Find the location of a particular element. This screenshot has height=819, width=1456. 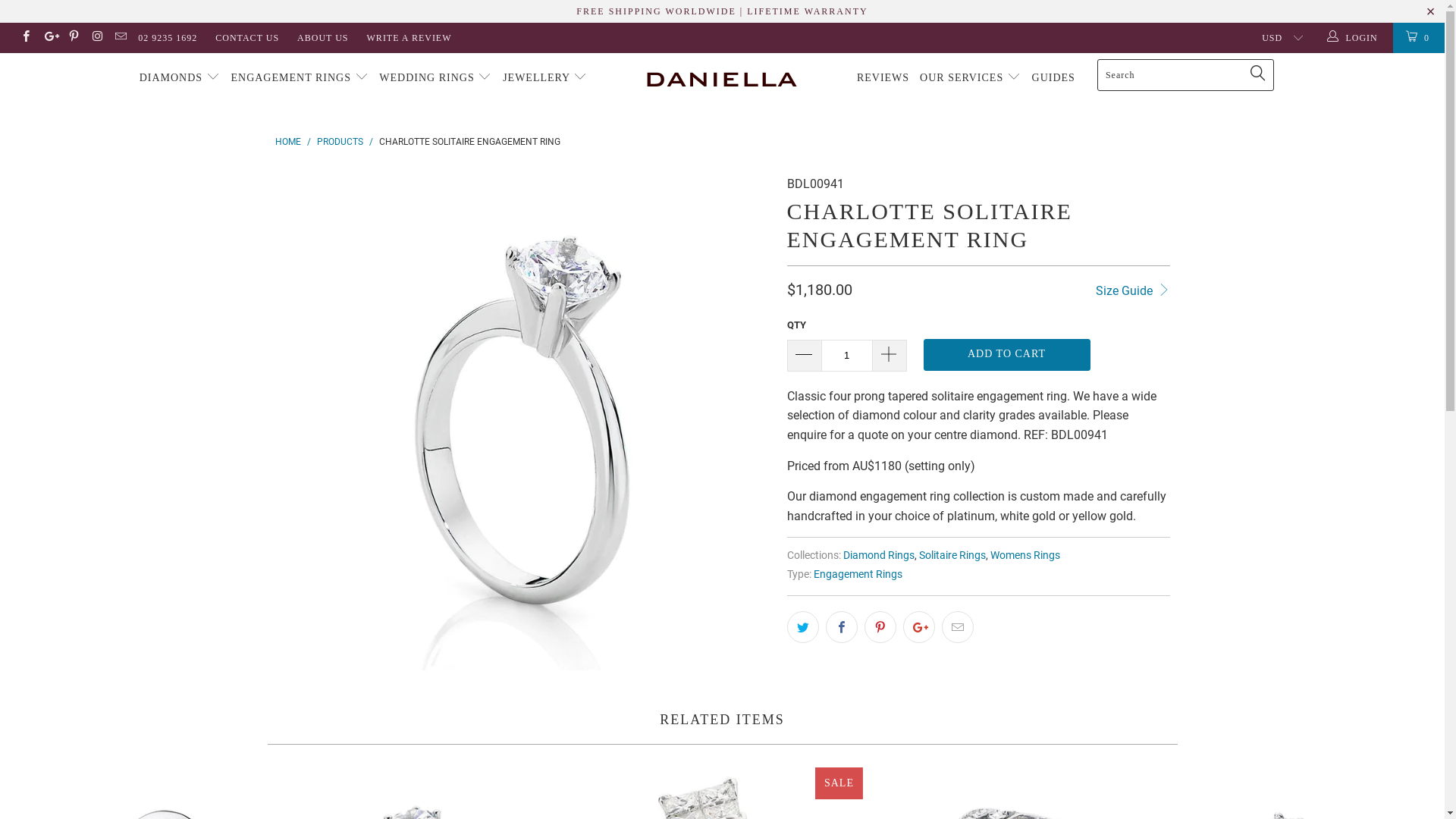

'DIAMONDS' is located at coordinates (180, 78).